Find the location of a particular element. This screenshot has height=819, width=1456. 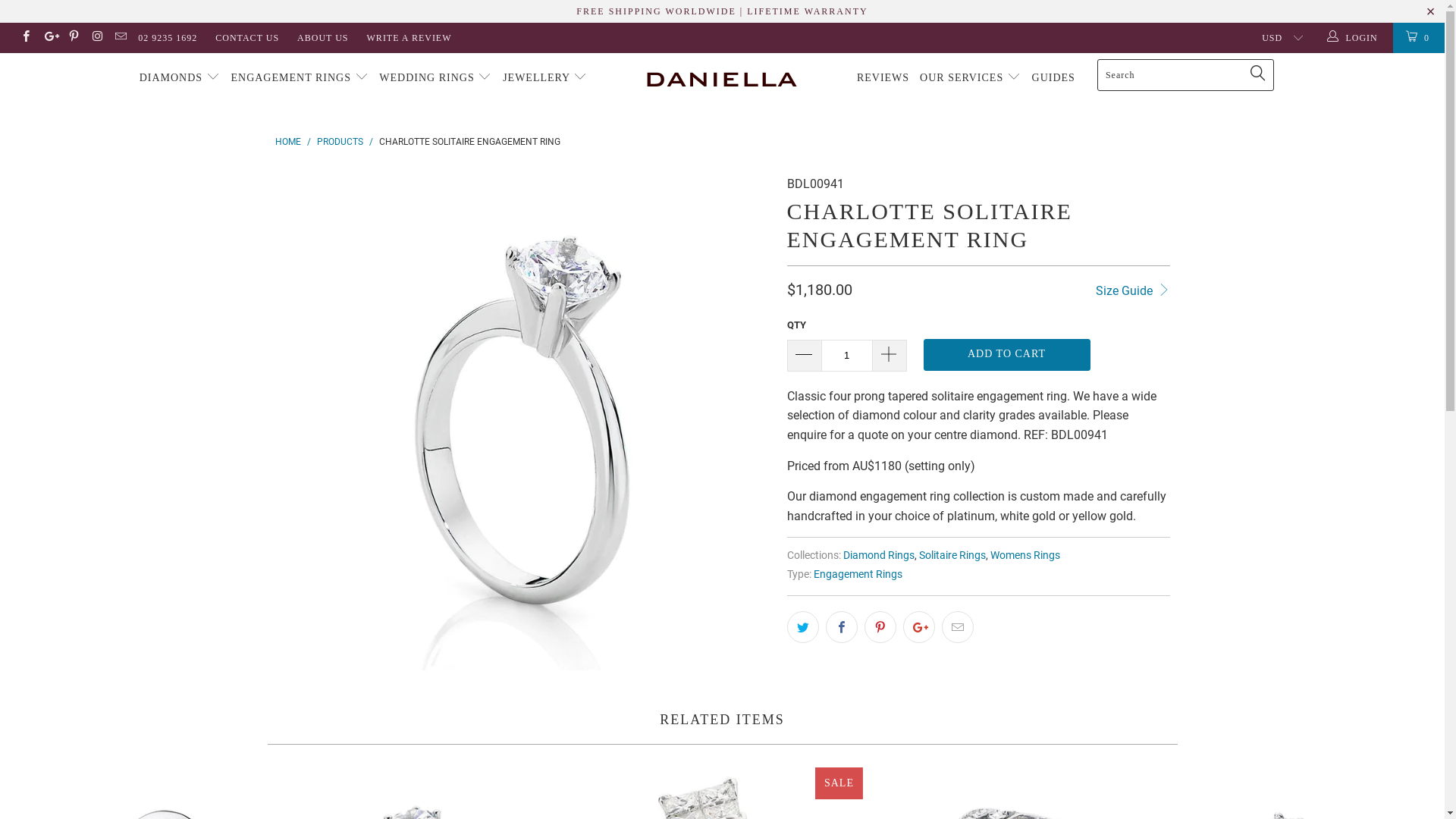

'DIAMONDS' is located at coordinates (180, 78).